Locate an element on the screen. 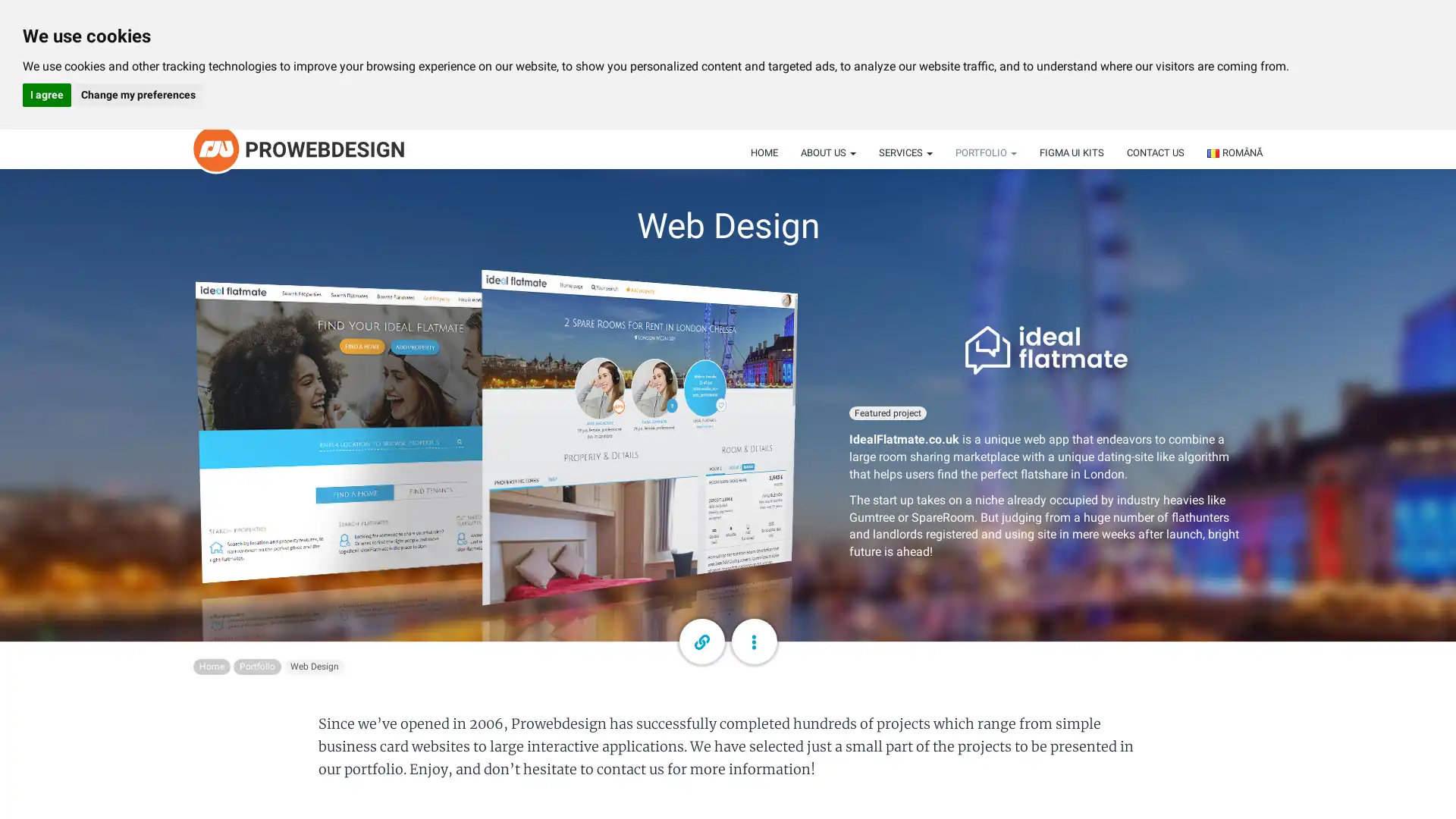  I agree is located at coordinates (47, 95).